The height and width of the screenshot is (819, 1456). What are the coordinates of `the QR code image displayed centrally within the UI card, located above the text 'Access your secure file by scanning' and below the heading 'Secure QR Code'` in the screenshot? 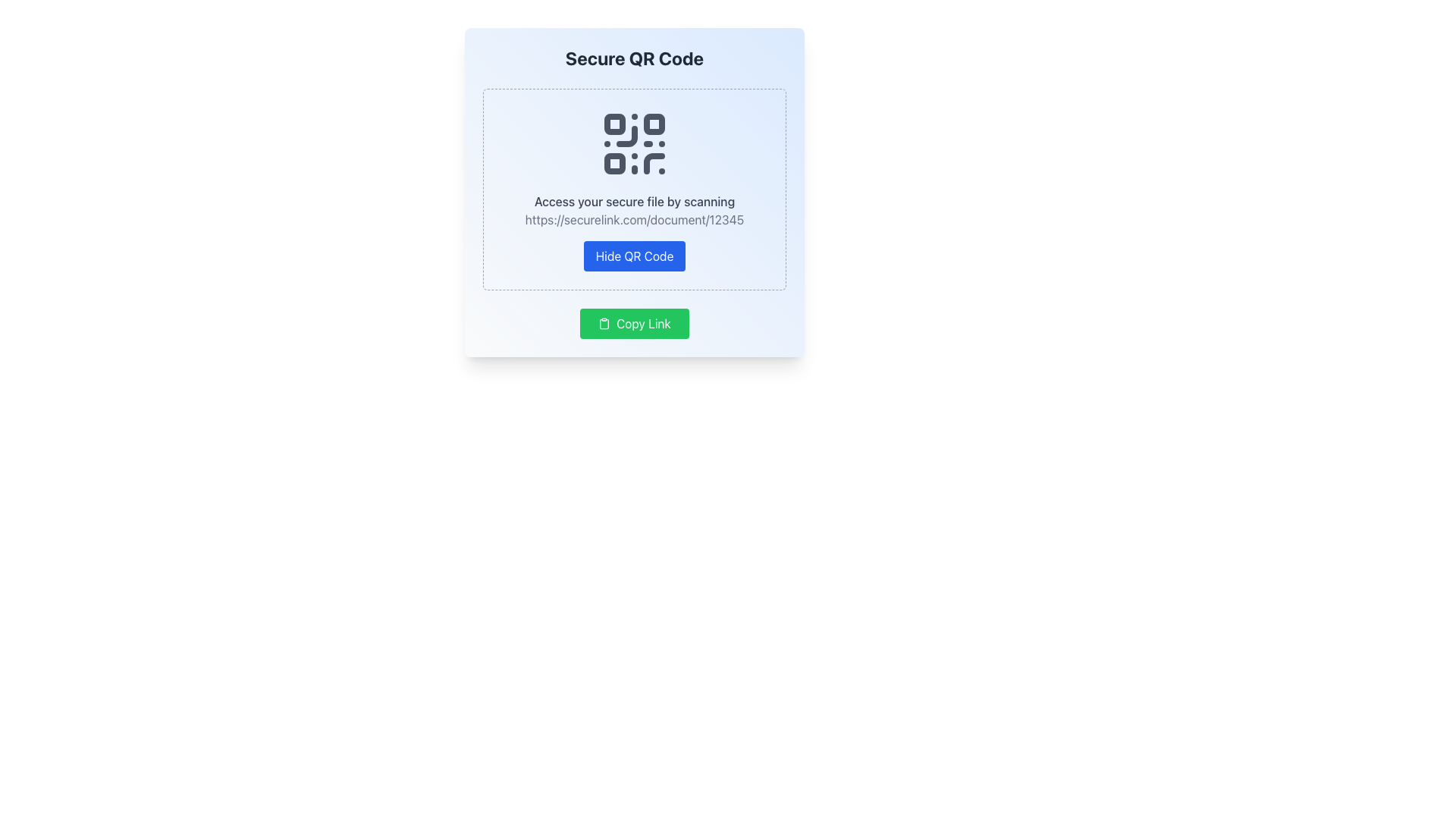 It's located at (634, 143).